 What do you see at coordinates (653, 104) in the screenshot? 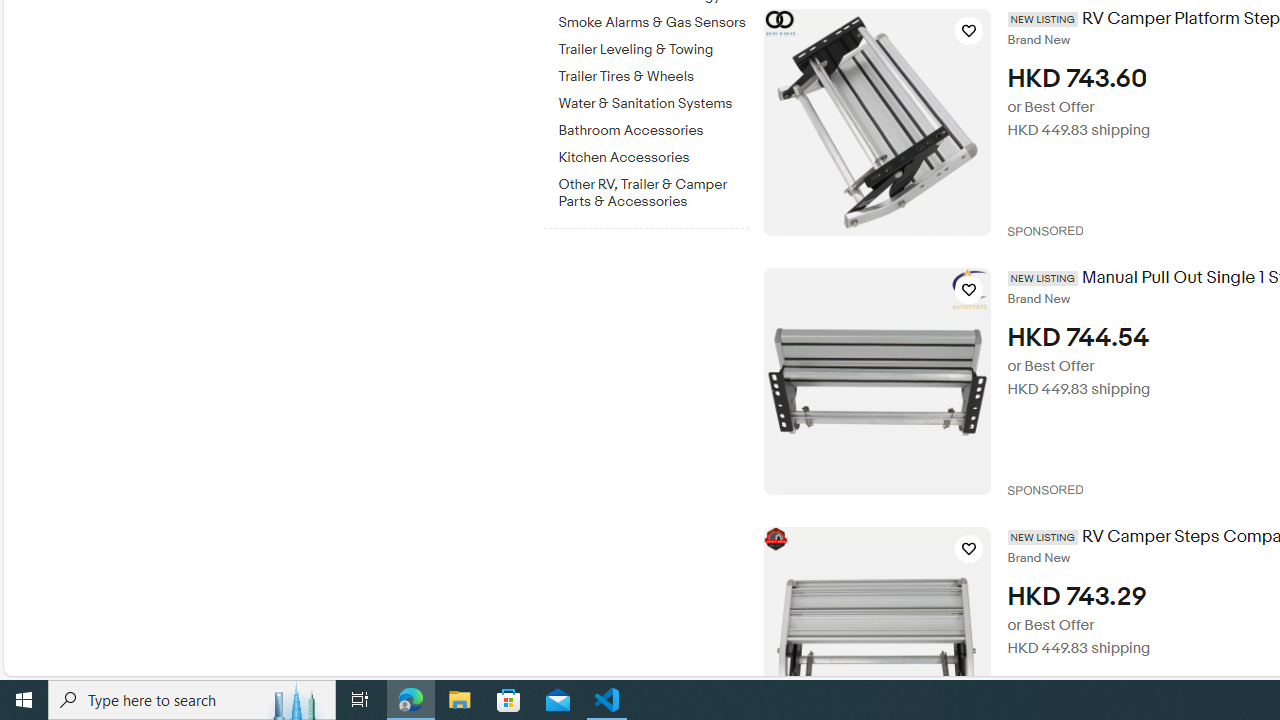
I see `'Water & Sanitation Systems'` at bounding box center [653, 104].